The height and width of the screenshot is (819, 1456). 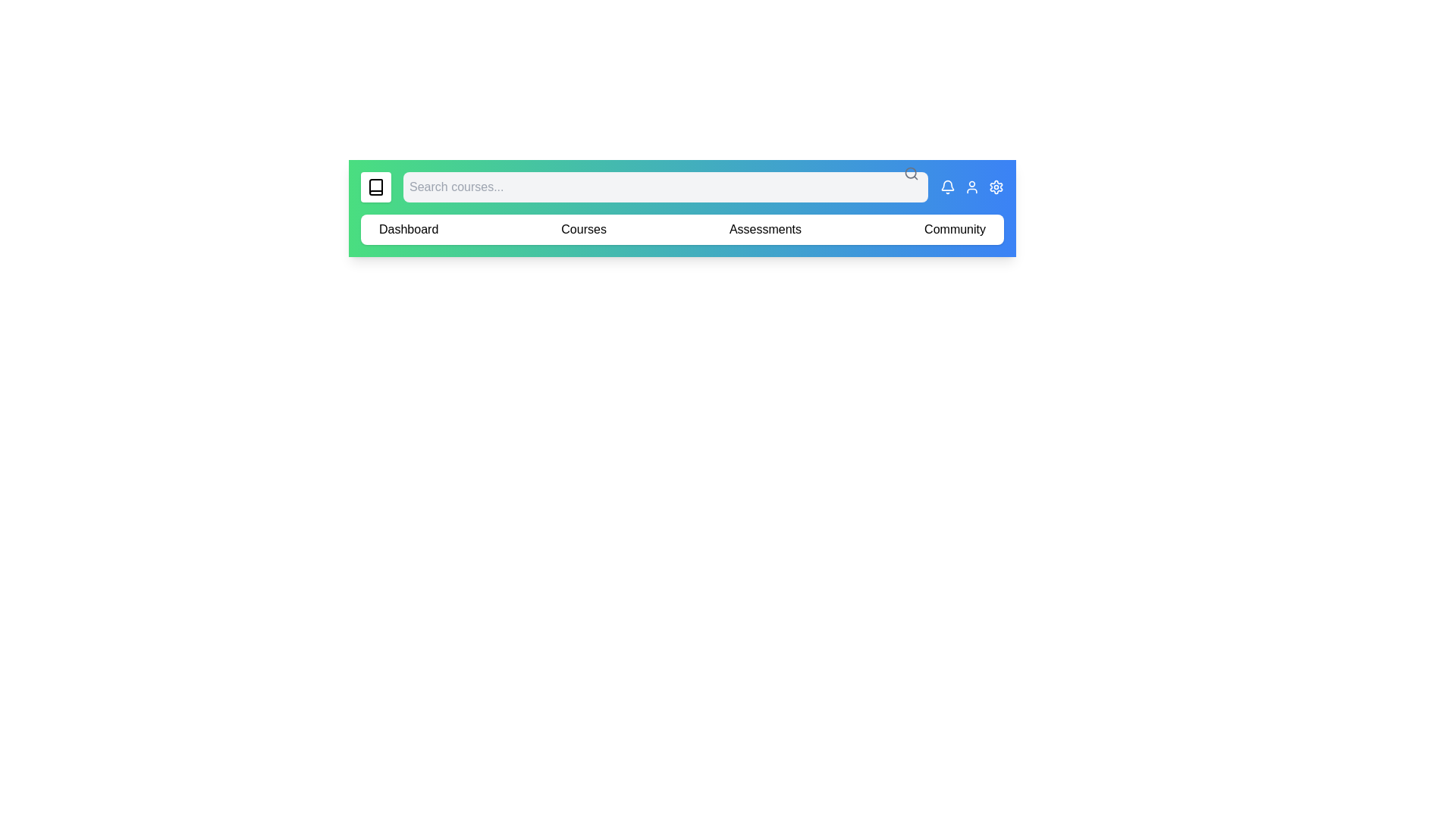 What do you see at coordinates (910, 172) in the screenshot?
I see `the search icon in the top-right corner of the app bar` at bounding box center [910, 172].